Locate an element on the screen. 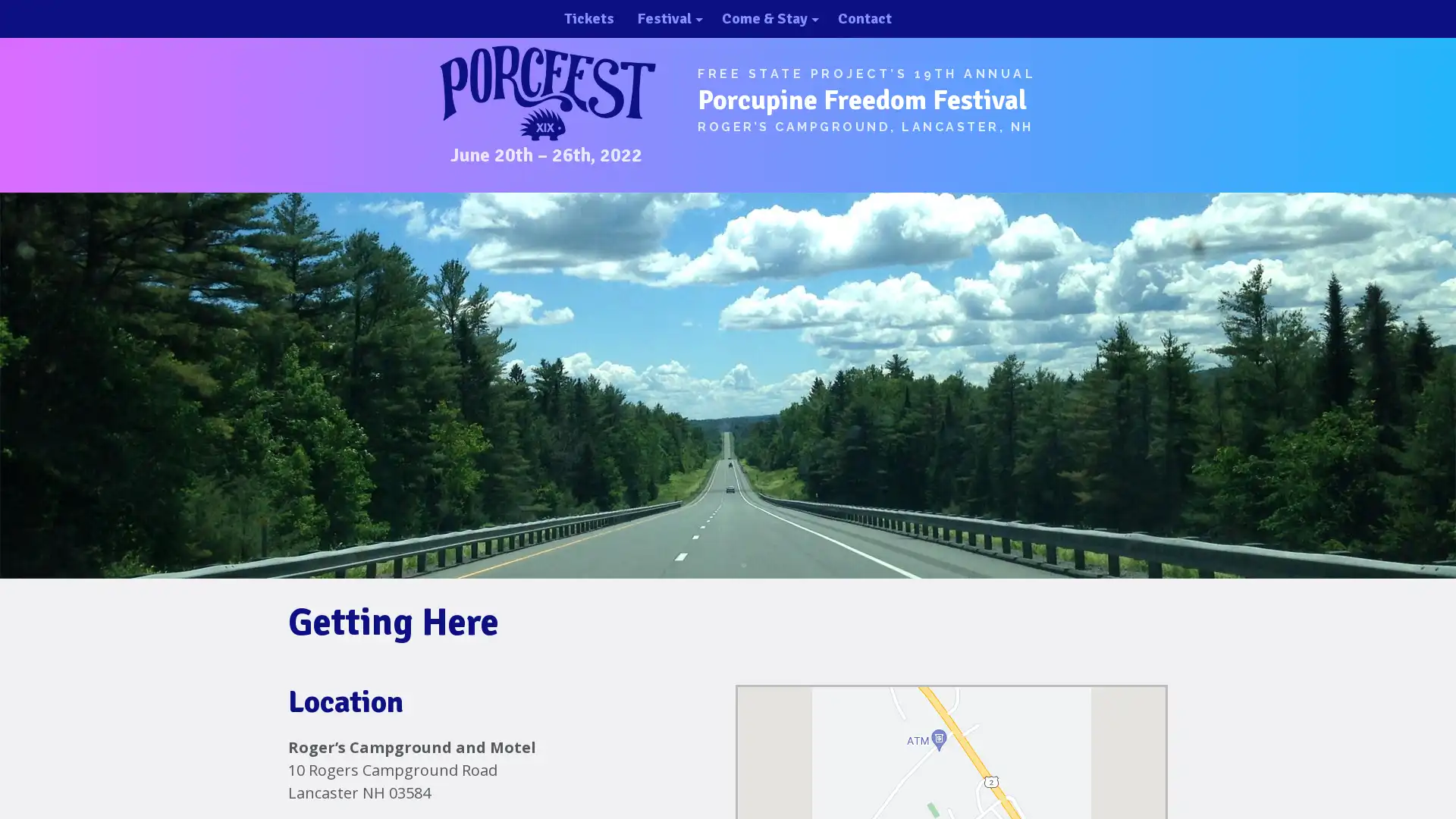 This screenshot has height=819, width=1456. close is located at coordinates (1407, 61).